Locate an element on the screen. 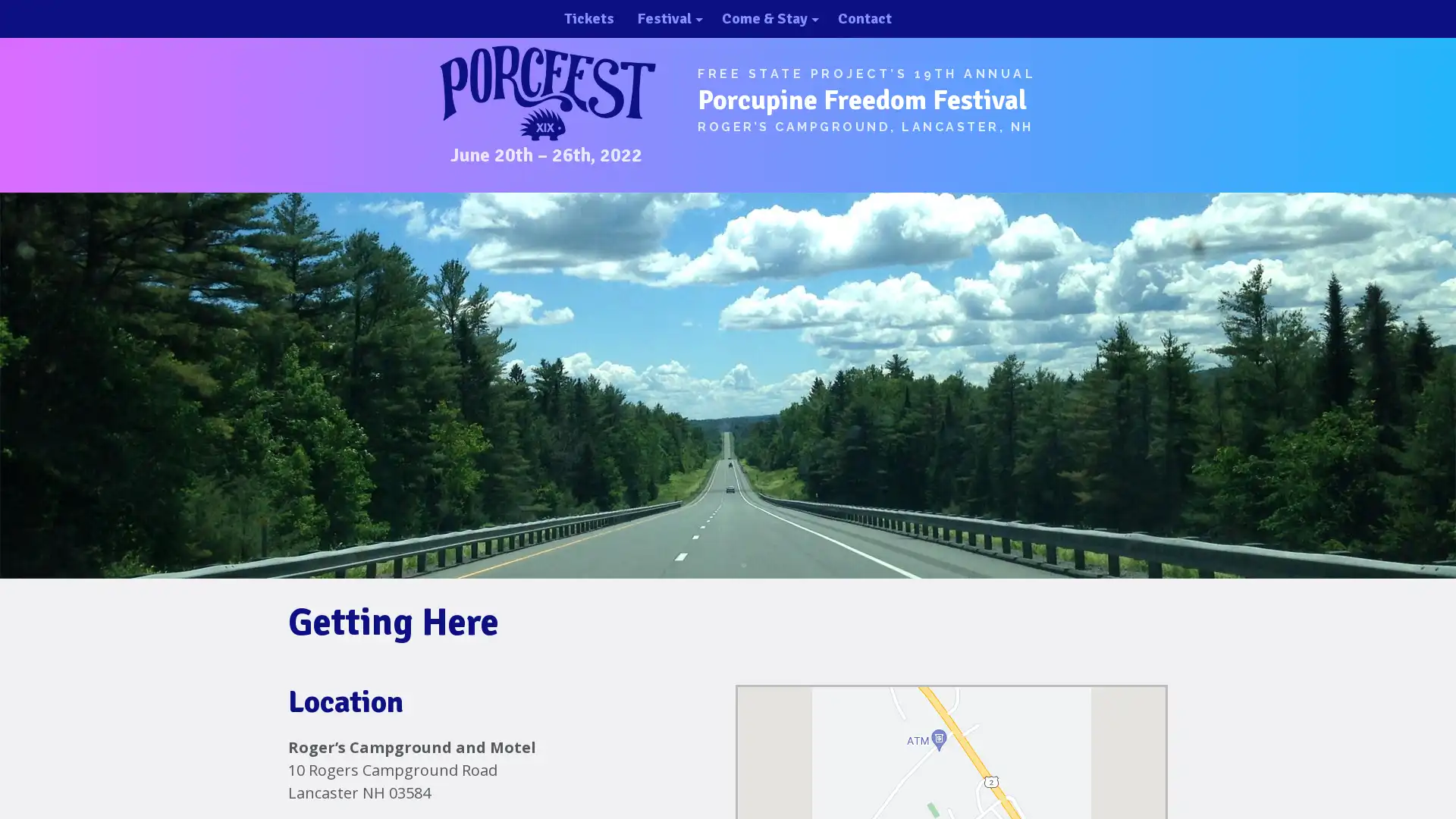 This screenshot has height=819, width=1456. close is located at coordinates (1407, 61).